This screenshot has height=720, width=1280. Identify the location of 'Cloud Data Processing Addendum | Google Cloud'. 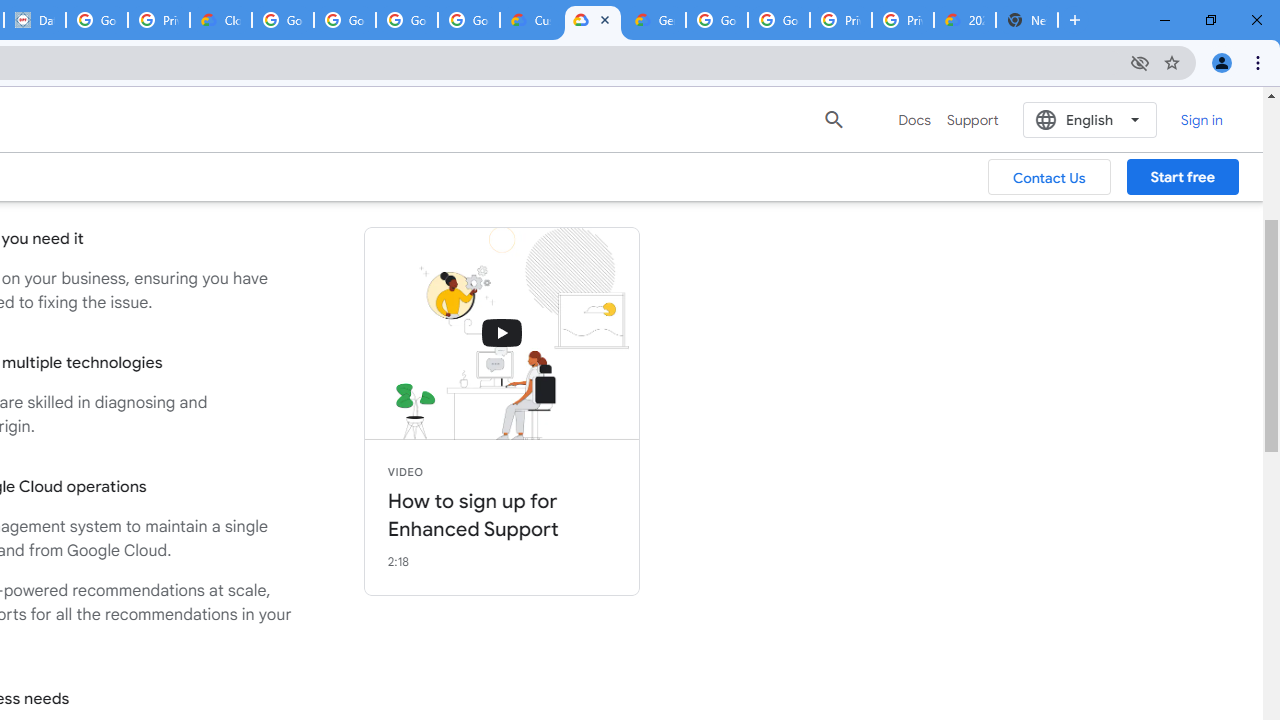
(220, 20).